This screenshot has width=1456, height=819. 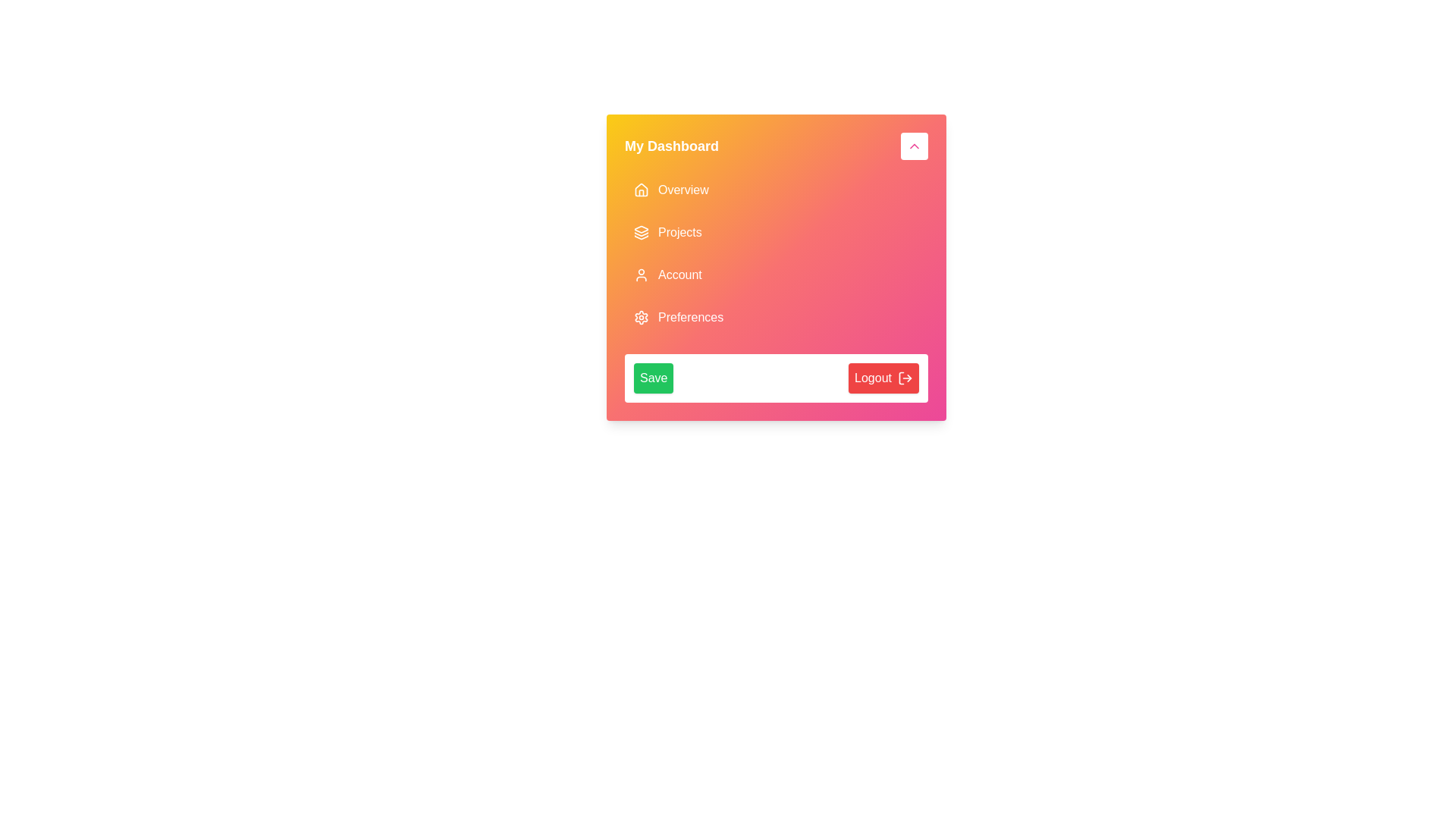 What do you see at coordinates (776, 189) in the screenshot?
I see `the navigation button located at the top of the vertical menu list on the left side of the interface` at bounding box center [776, 189].